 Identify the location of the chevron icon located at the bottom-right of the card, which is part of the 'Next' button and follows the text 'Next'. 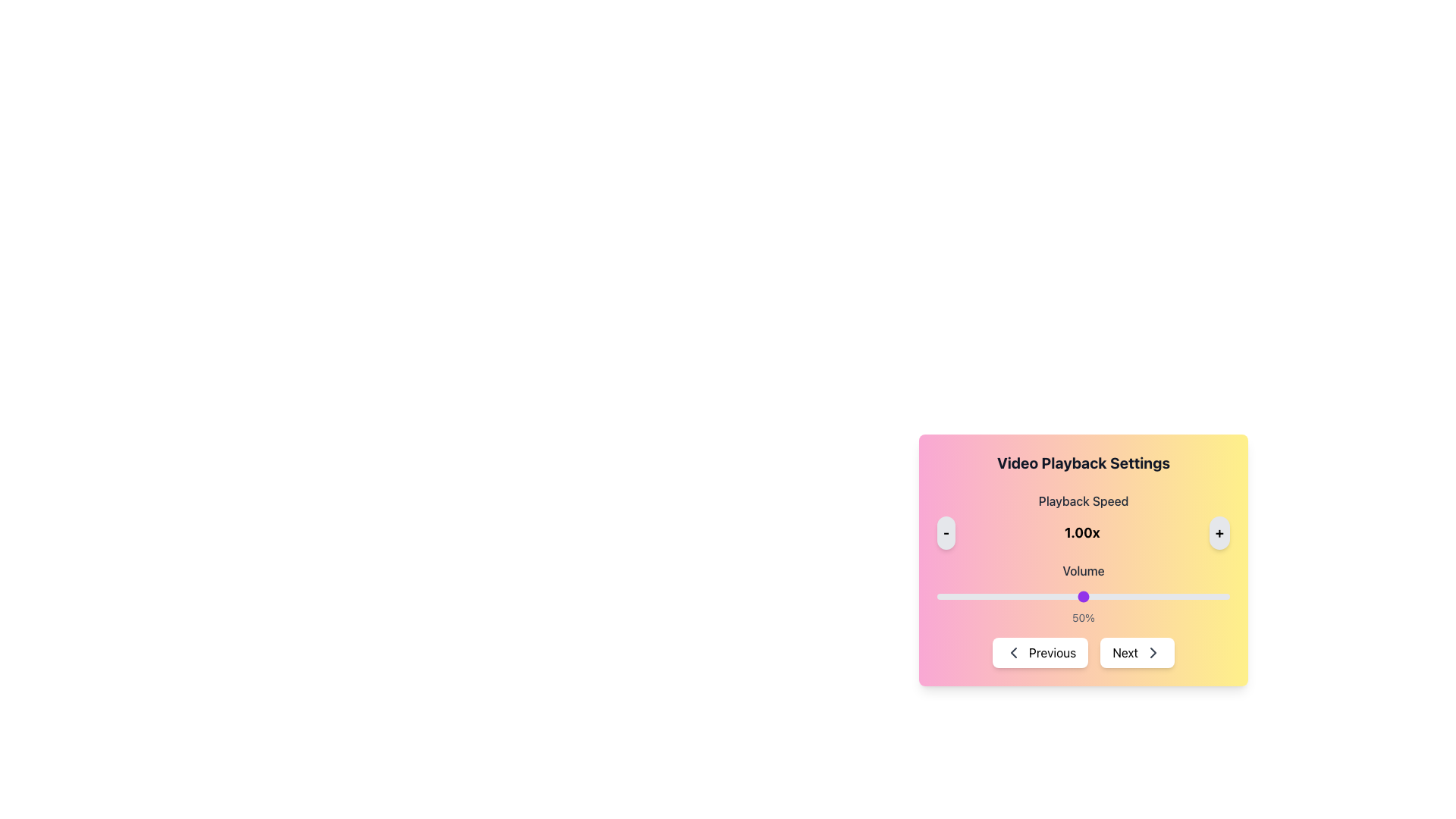
(1153, 651).